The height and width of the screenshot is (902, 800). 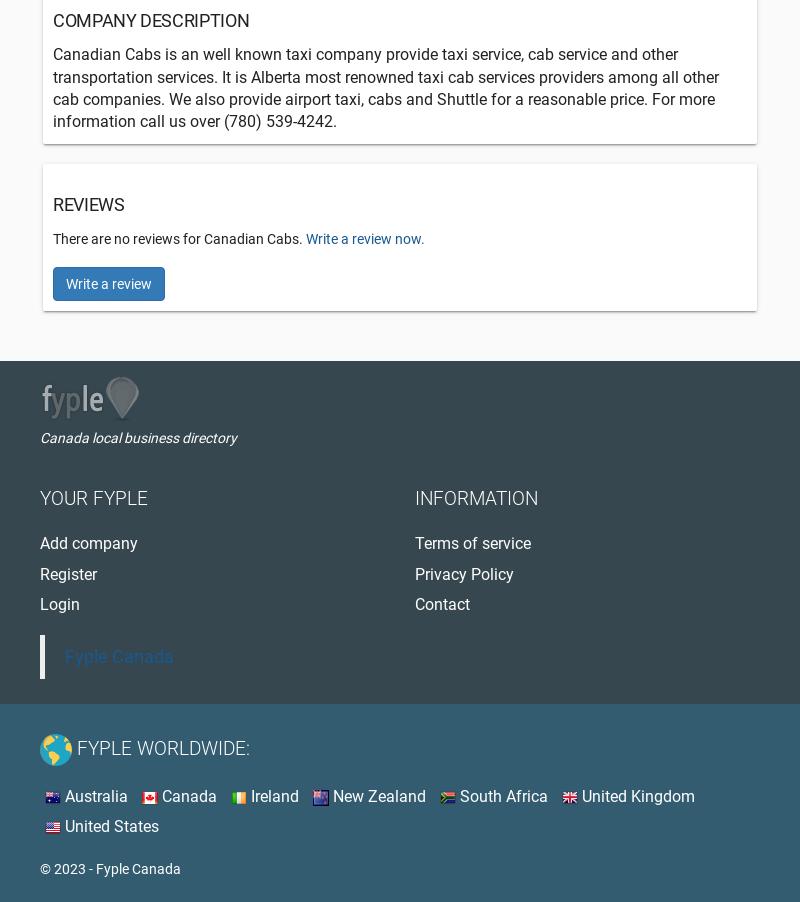 I want to click on 'Company description', so click(x=151, y=20).